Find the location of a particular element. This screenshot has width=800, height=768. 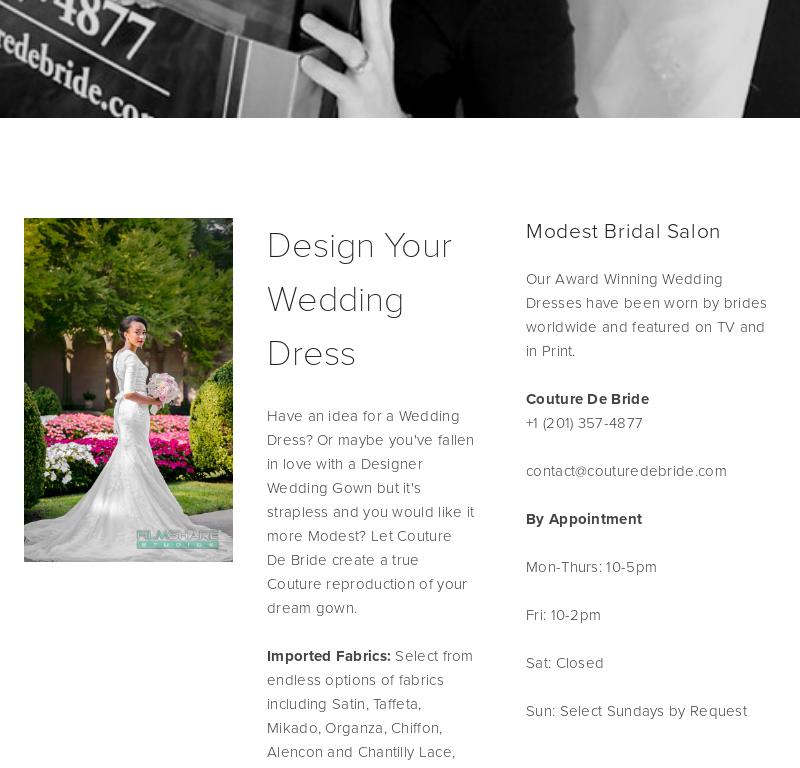

'+1 (201) 357-4877' is located at coordinates (583, 422).